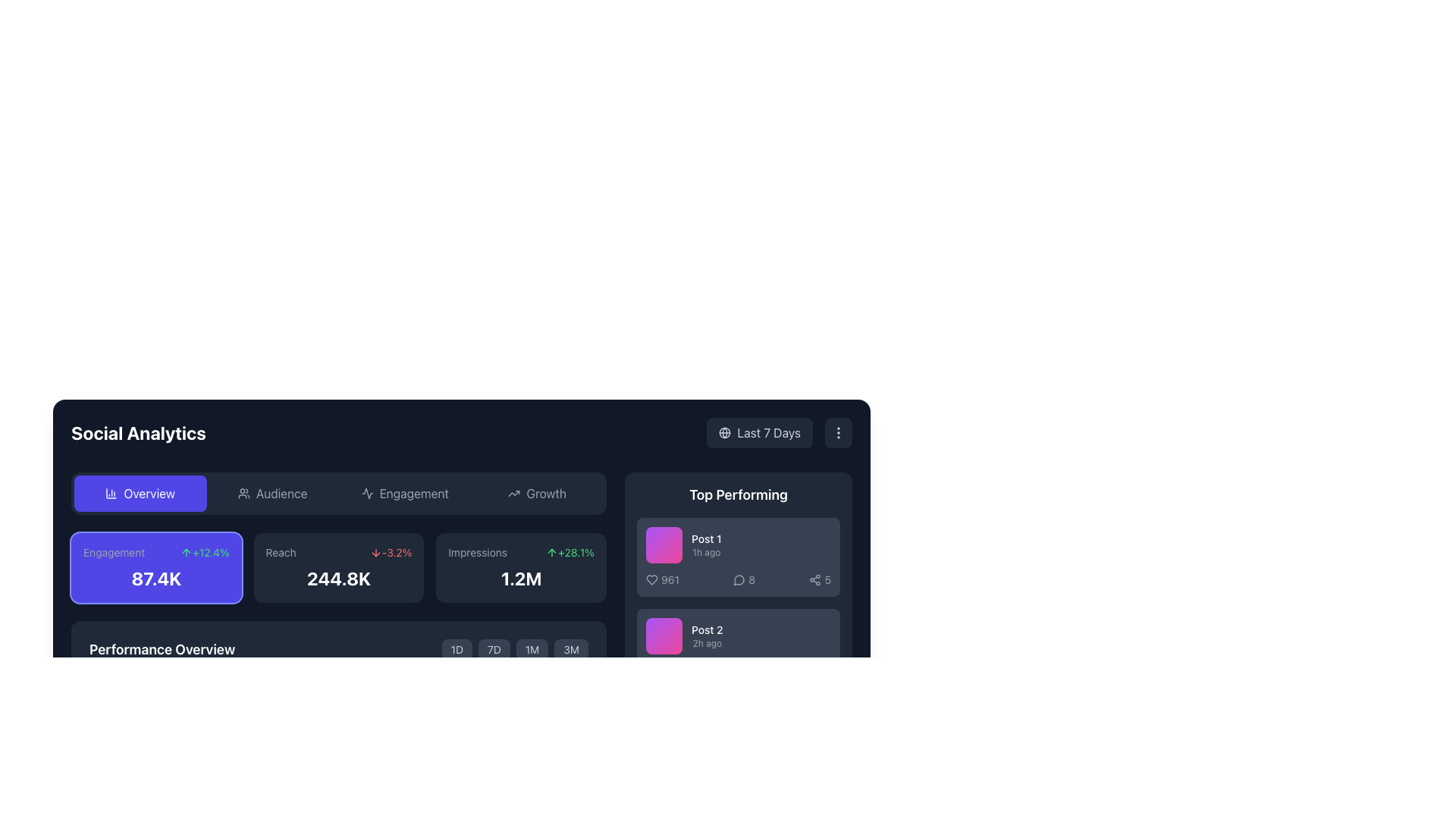  What do you see at coordinates (521, 579) in the screenshot?
I see `prominent text element displaying '1.2M' located at the bottom section of the 'Impressions' card` at bounding box center [521, 579].